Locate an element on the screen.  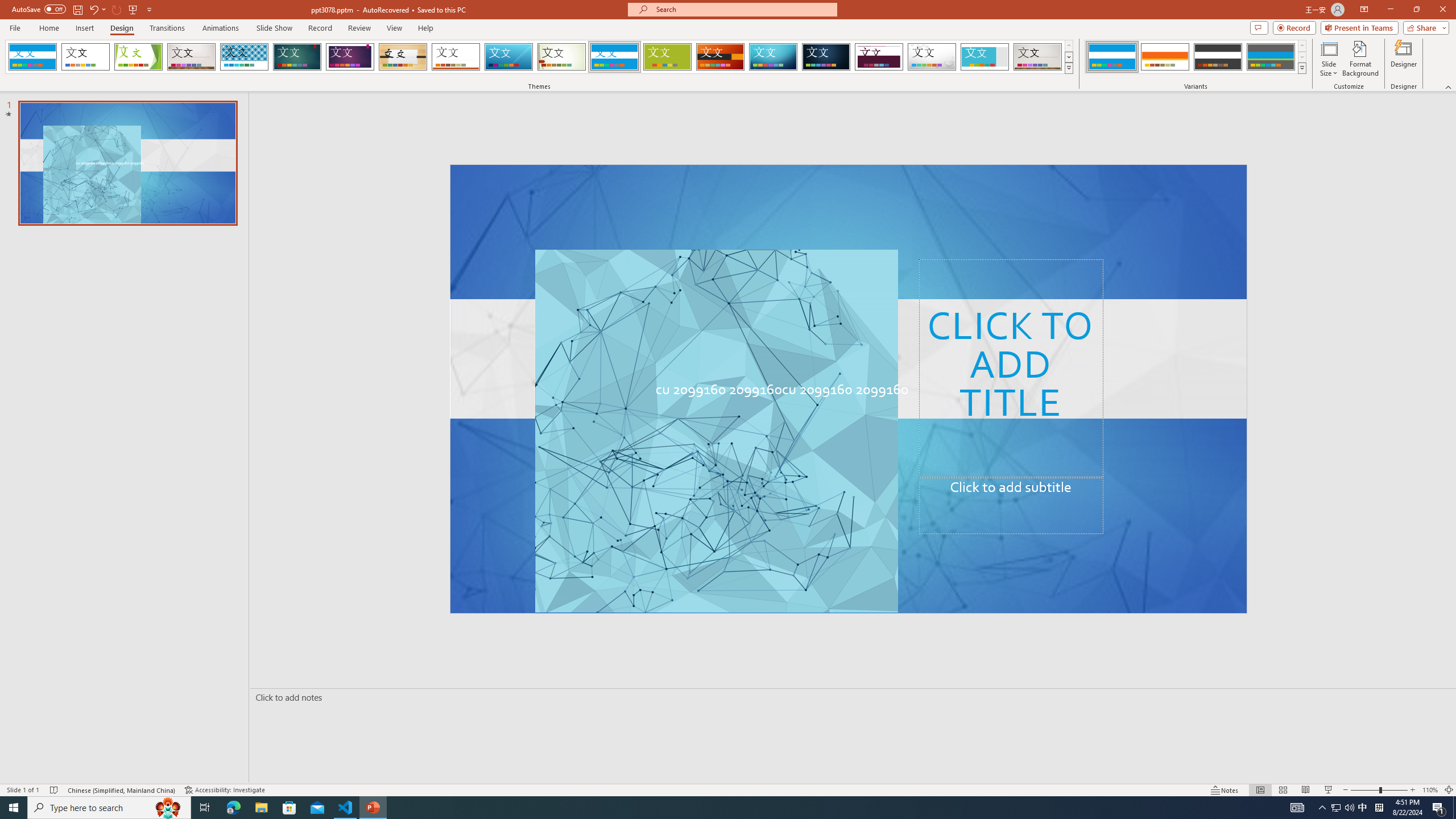
'Facet' is located at coordinates (138, 56).